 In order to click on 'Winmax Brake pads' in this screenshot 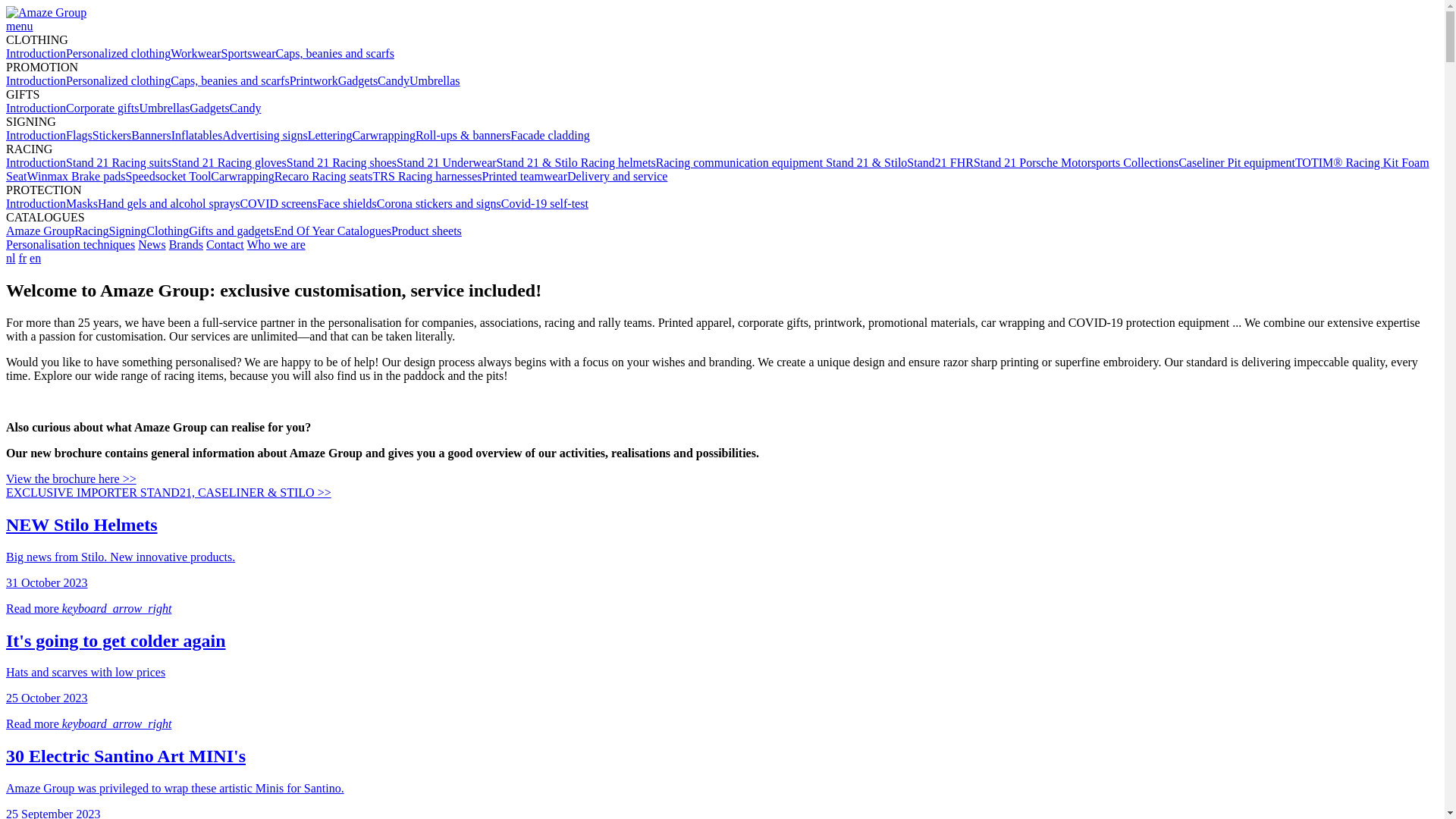, I will do `click(27, 175)`.